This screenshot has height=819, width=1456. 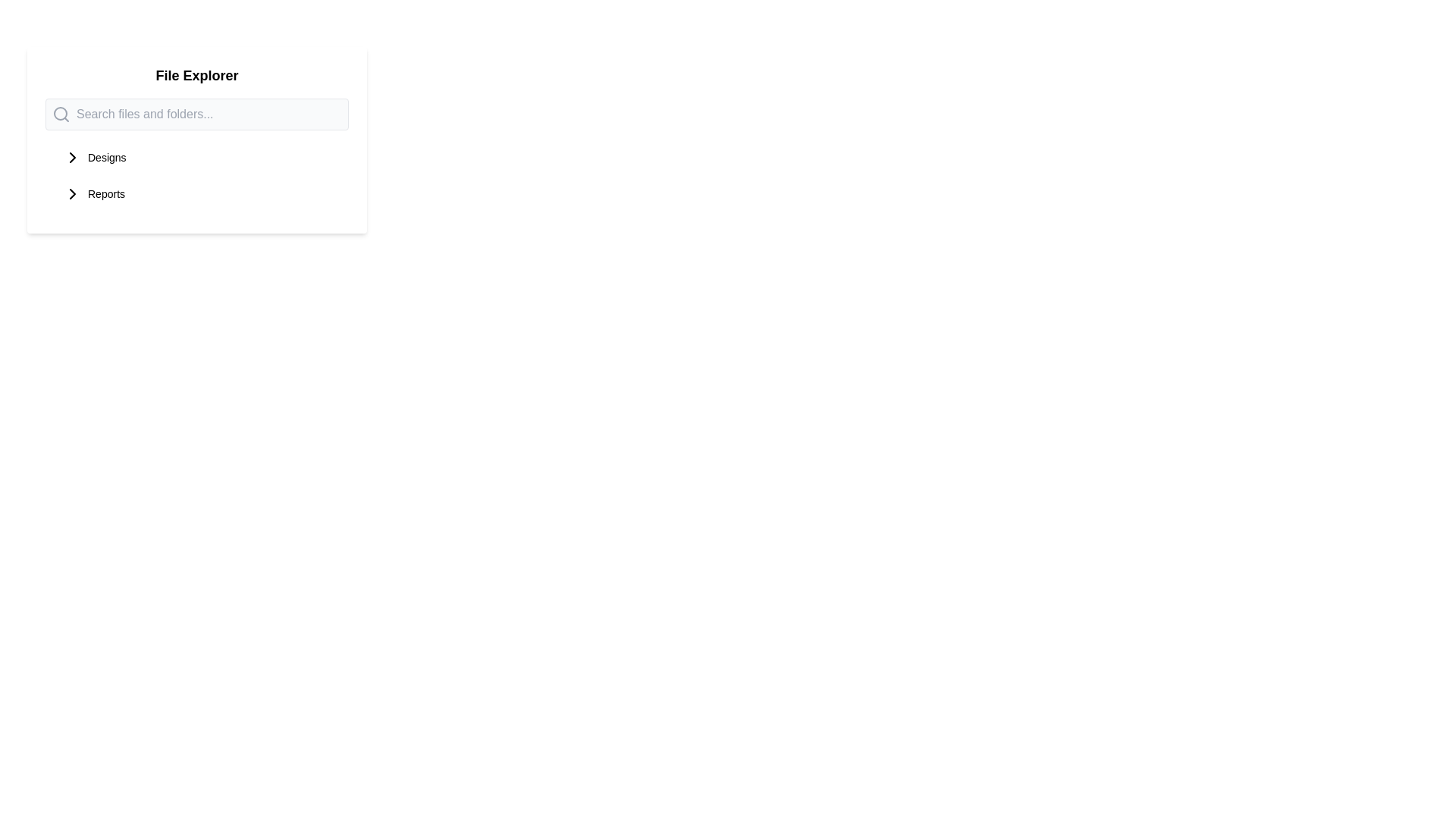 I want to click on the right-pointing chevron SVG icon located next to the 'Designs' label in the top-left section of the interface, so click(x=72, y=158).